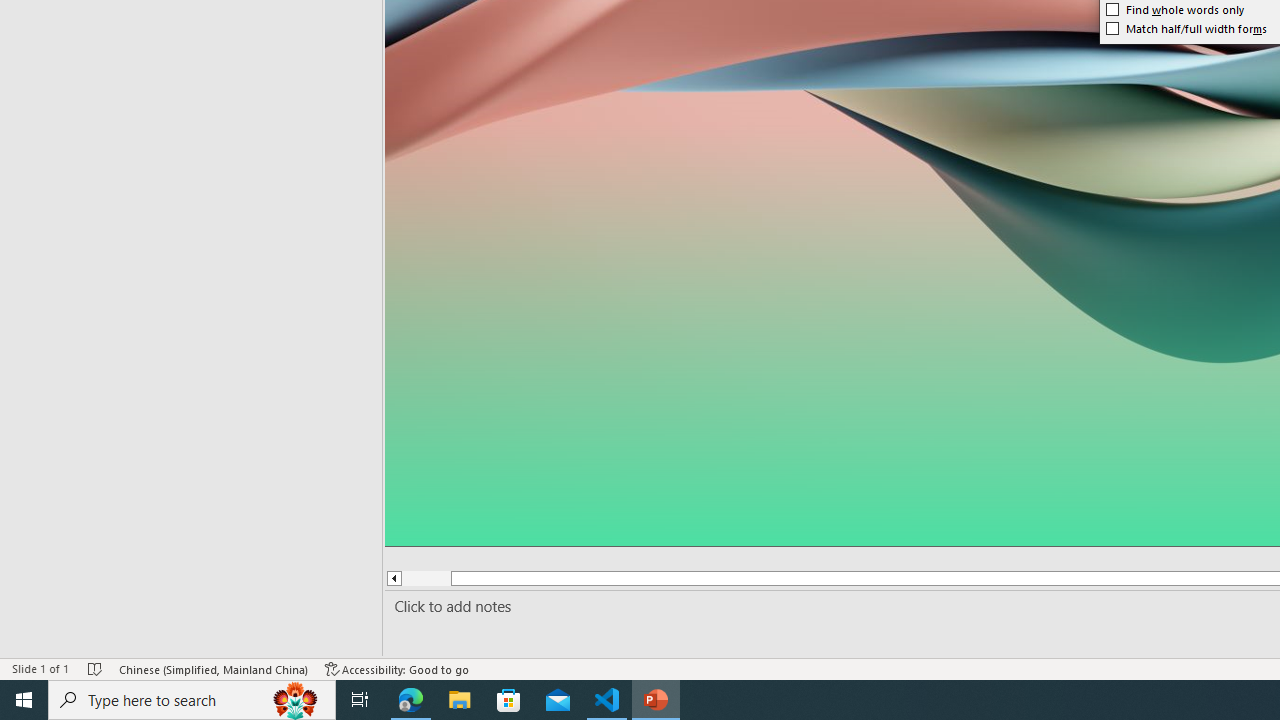 This screenshot has height=720, width=1280. What do you see at coordinates (1175, 10) in the screenshot?
I see `'Find whole words only'` at bounding box center [1175, 10].